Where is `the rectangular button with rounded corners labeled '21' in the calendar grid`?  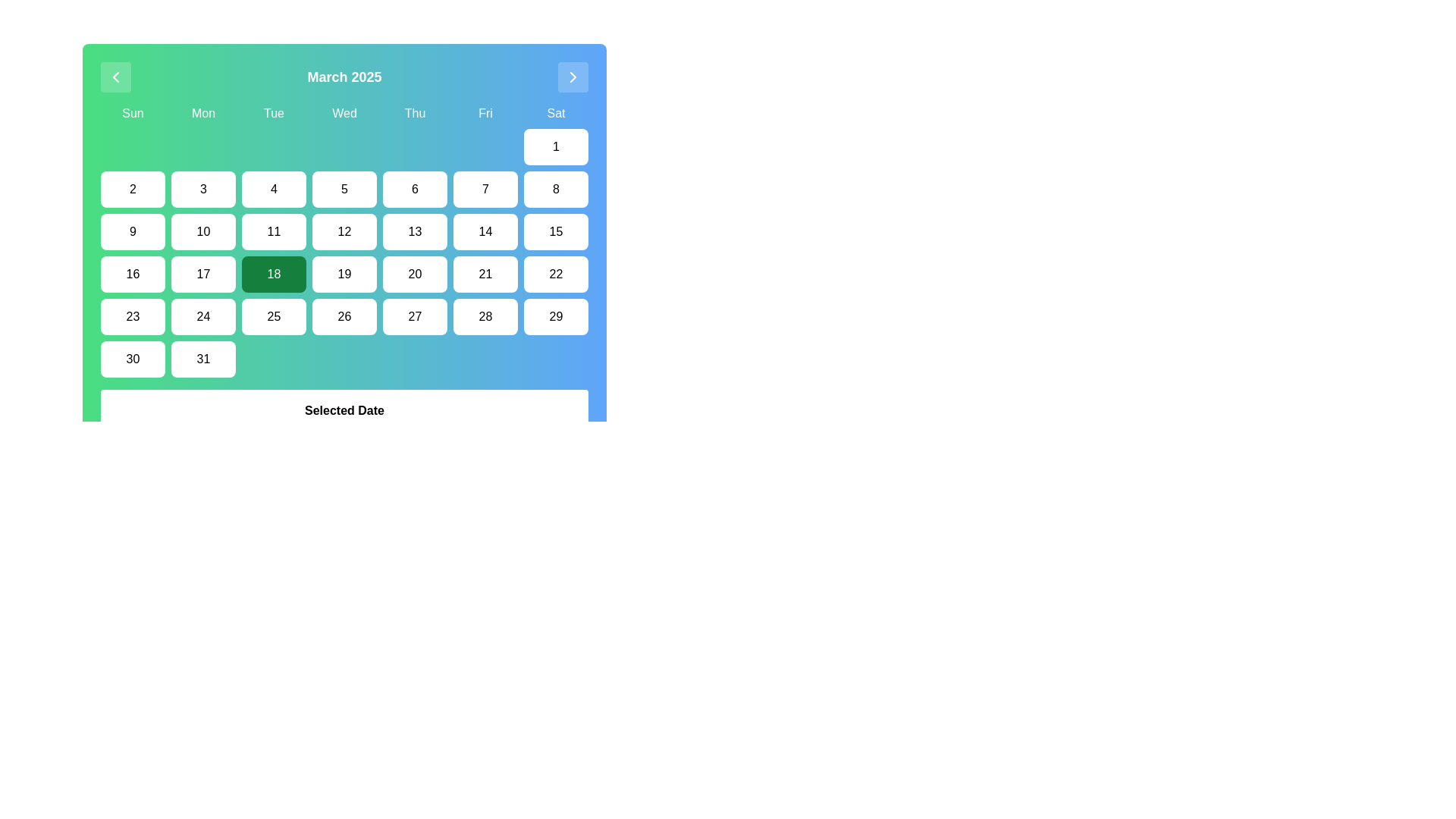 the rectangular button with rounded corners labeled '21' in the calendar grid is located at coordinates (485, 275).